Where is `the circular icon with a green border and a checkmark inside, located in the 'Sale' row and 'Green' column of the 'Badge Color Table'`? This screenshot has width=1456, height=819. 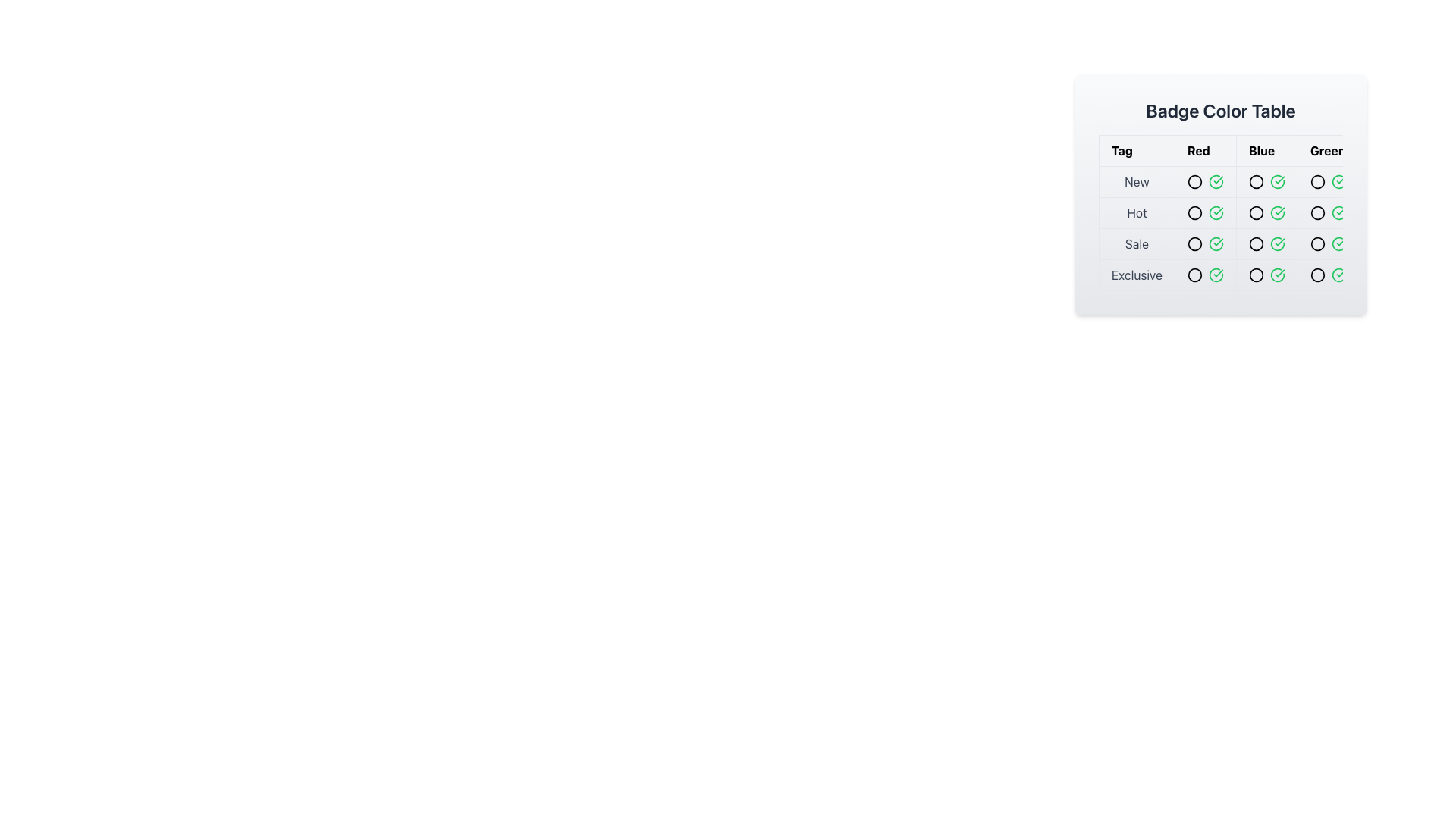
the circular icon with a green border and a checkmark inside, located in the 'Sale' row and 'Green' column of the 'Badge Color Table' is located at coordinates (1338, 243).